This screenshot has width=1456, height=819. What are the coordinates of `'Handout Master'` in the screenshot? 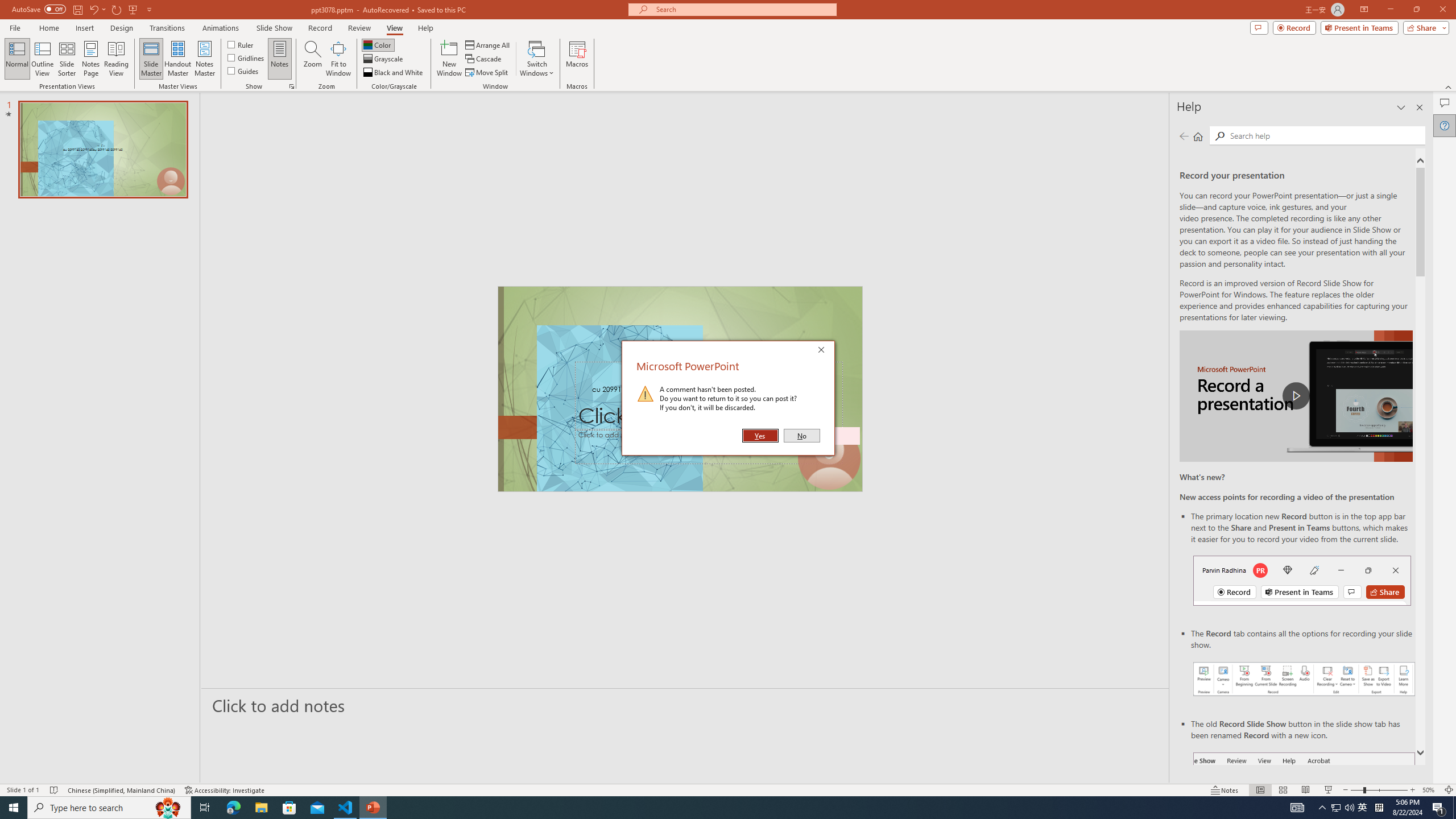 It's located at (177, 59).